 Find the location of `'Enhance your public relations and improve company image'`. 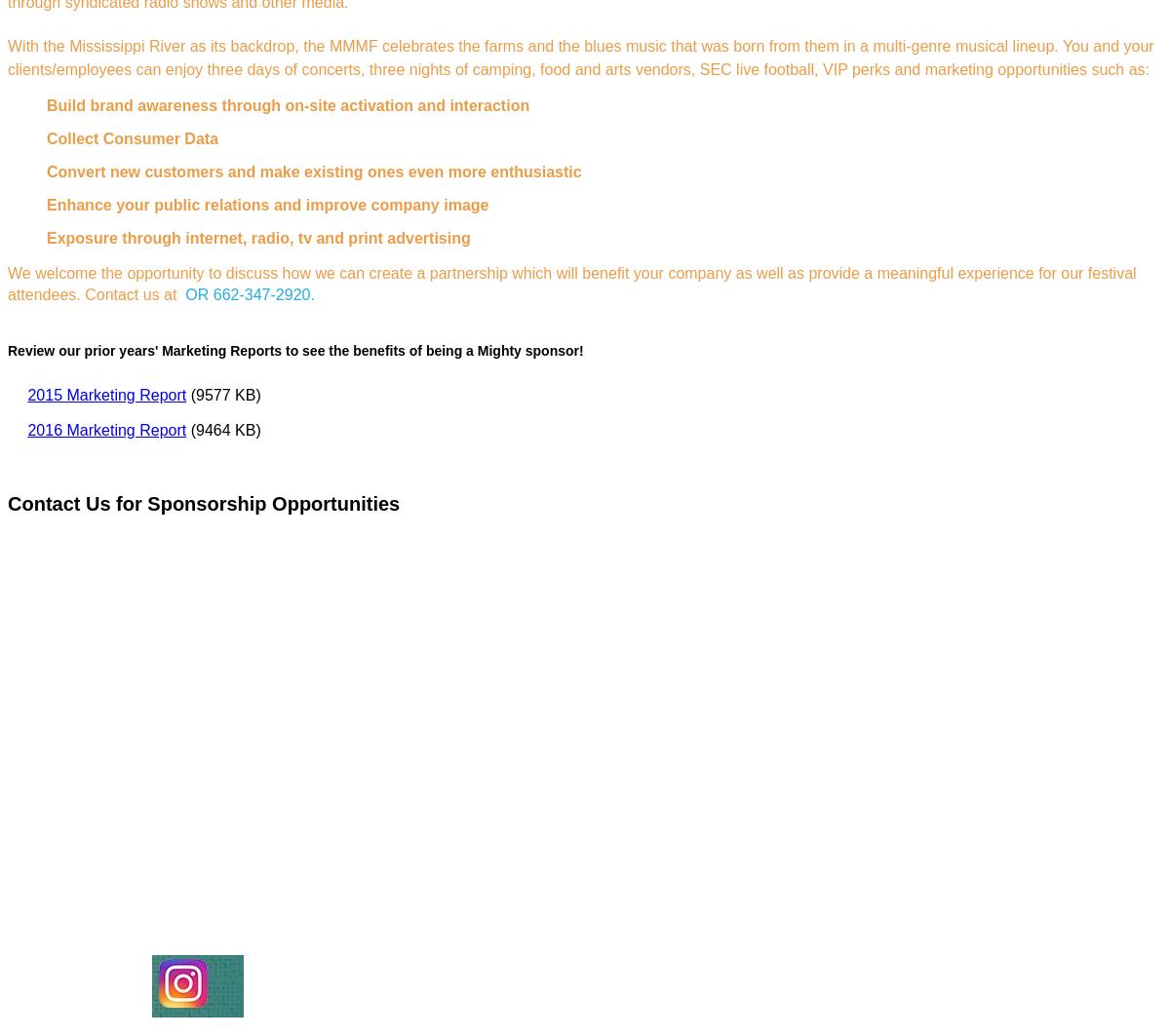

'Enhance your public relations and improve company image' is located at coordinates (266, 205).